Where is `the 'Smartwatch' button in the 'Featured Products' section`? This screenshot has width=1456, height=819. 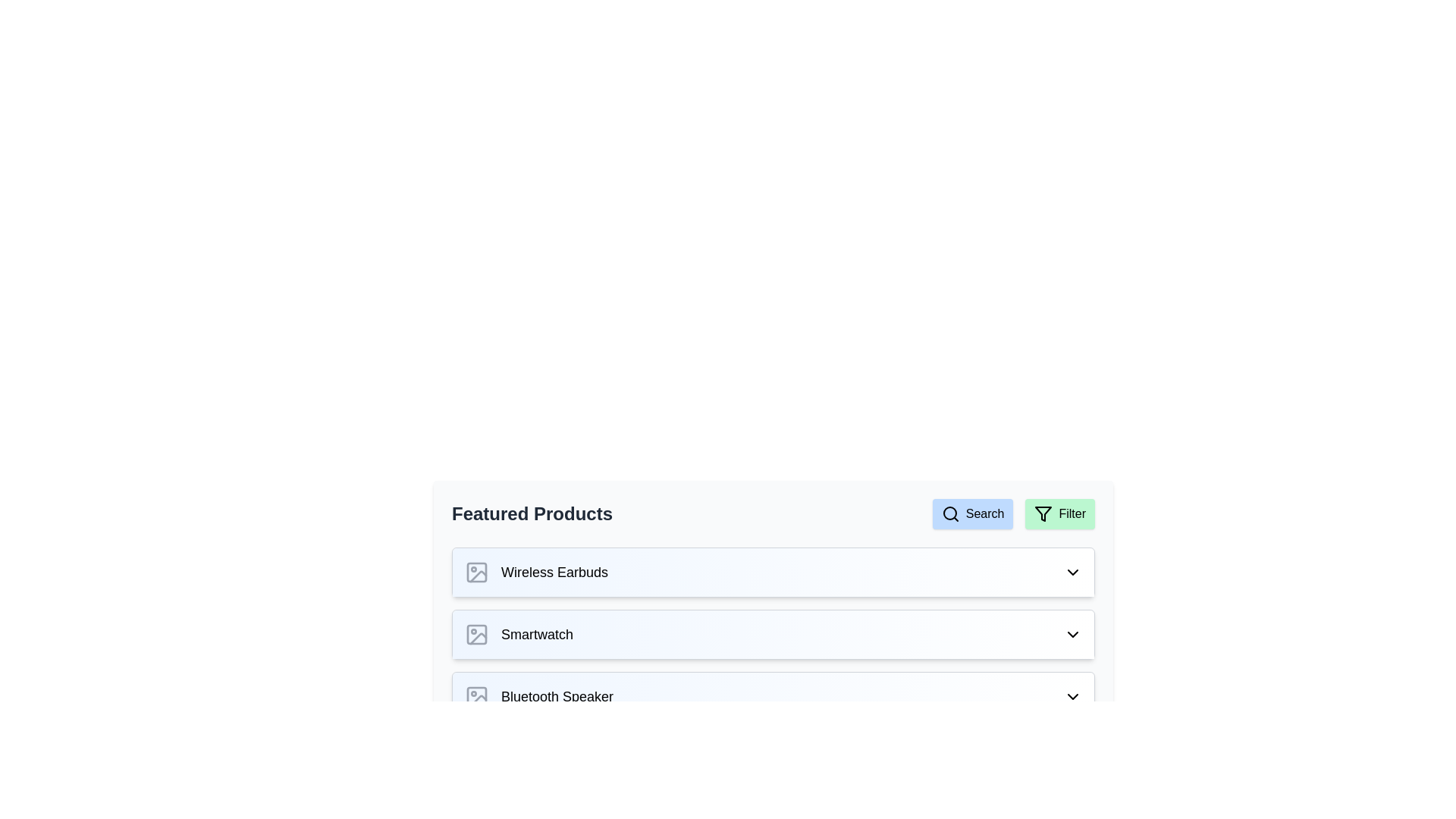 the 'Smartwatch' button in the 'Featured Products' section is located at coordinates (773, 635).